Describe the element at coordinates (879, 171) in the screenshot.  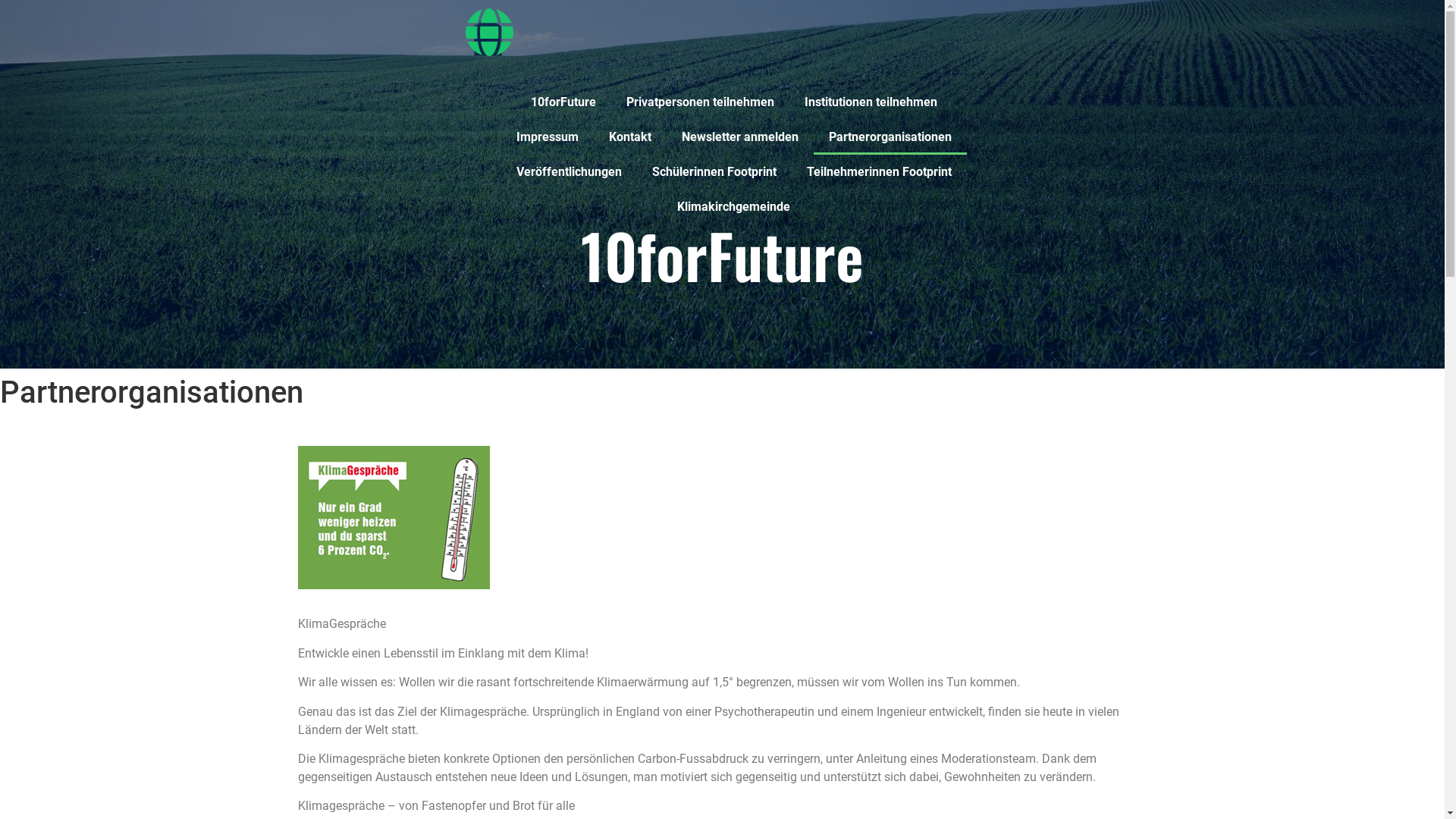
I see `'Teilnehmerinnen Footprint'` at that location.